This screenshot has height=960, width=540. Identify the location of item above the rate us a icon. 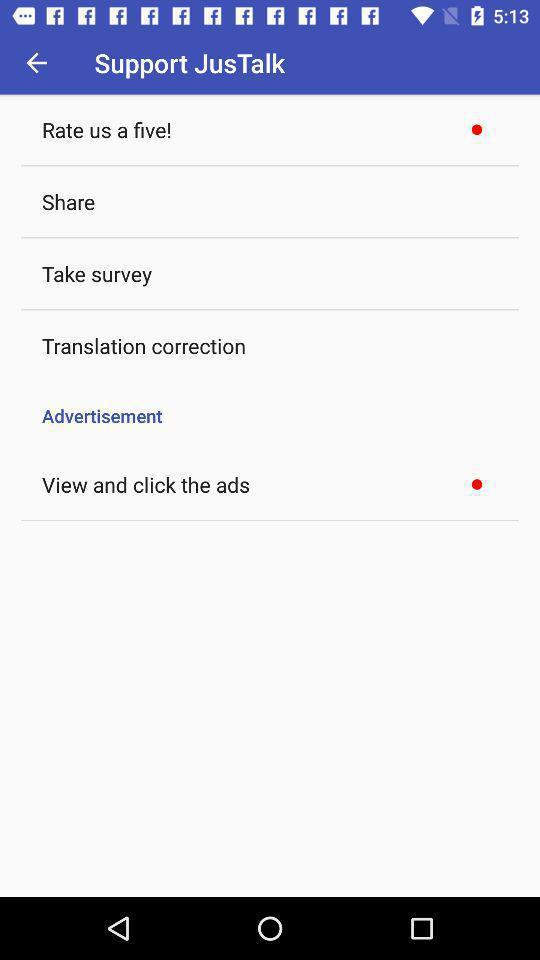
(36, 62).